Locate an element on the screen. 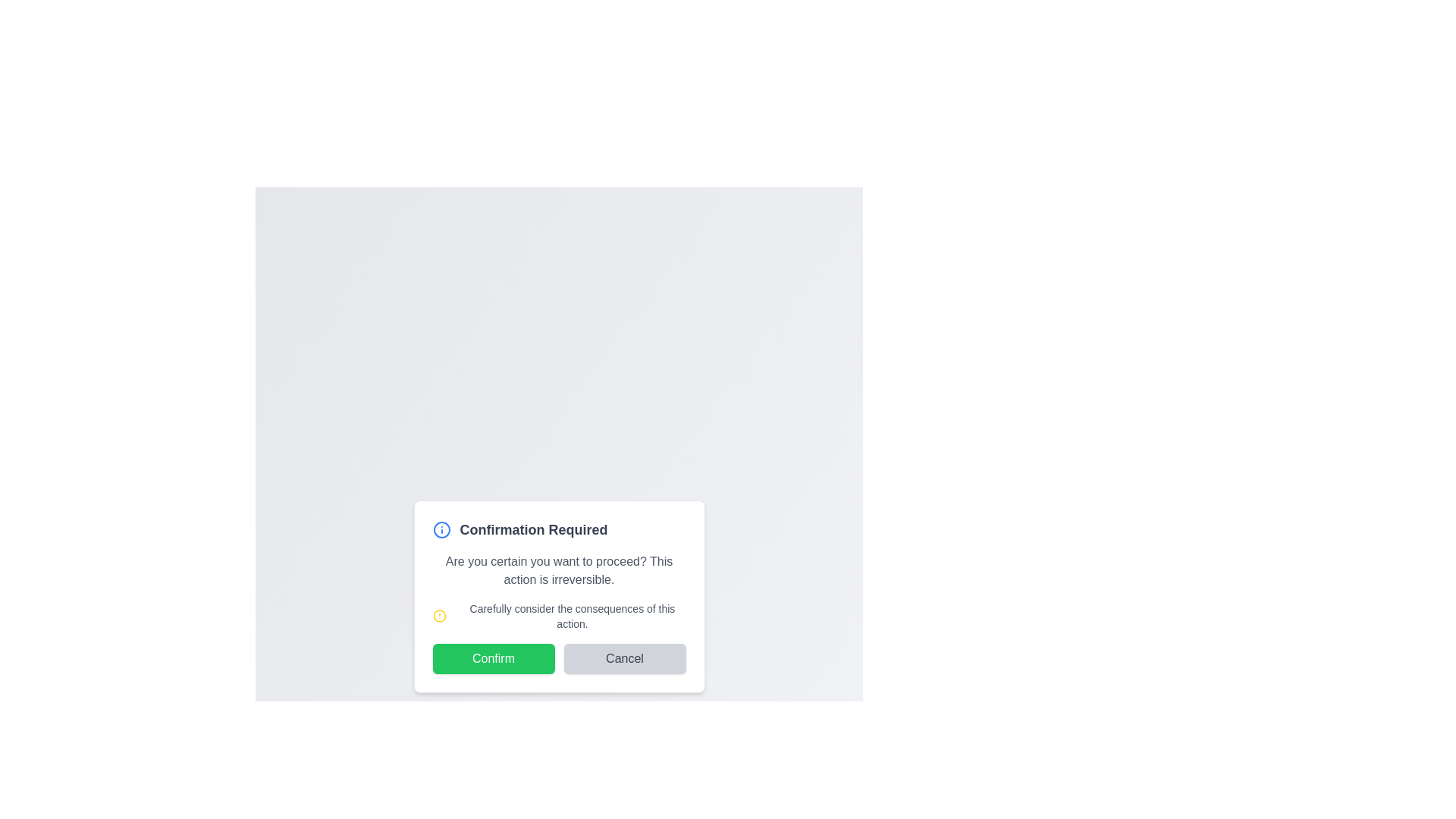 This screenshot has height=819, width=1456. the SVG circle representing part of the informational icon in the confirmation overlay at the top-left of the dialog box is located at coordinates (441, 529).